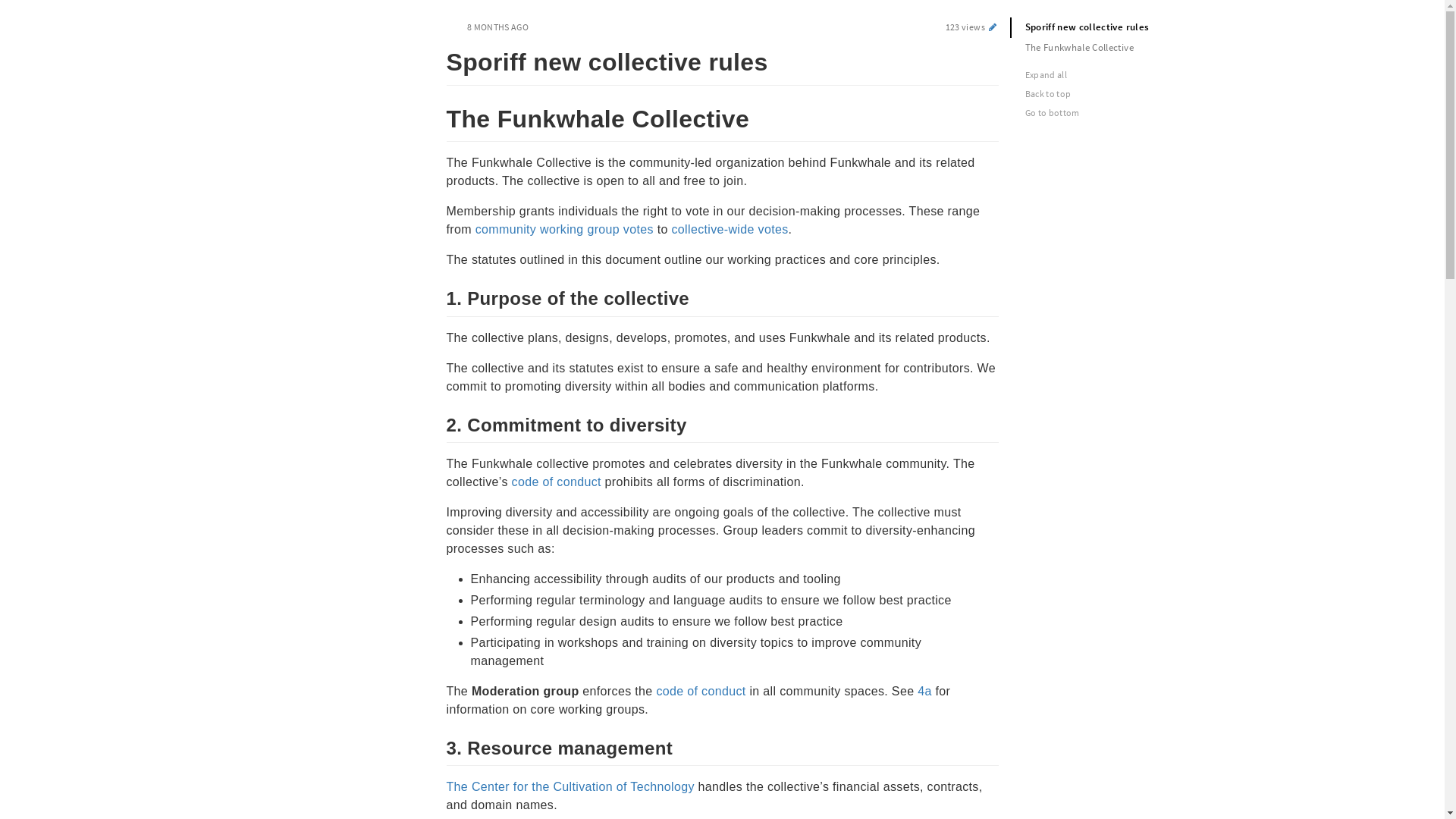 This screenshot has width=1456, height=819. What do you see at coordinates (569, 786) in the screenshot?
I see `'The Center for the Cultivation of Technology'` at bounding box center [569, 786].